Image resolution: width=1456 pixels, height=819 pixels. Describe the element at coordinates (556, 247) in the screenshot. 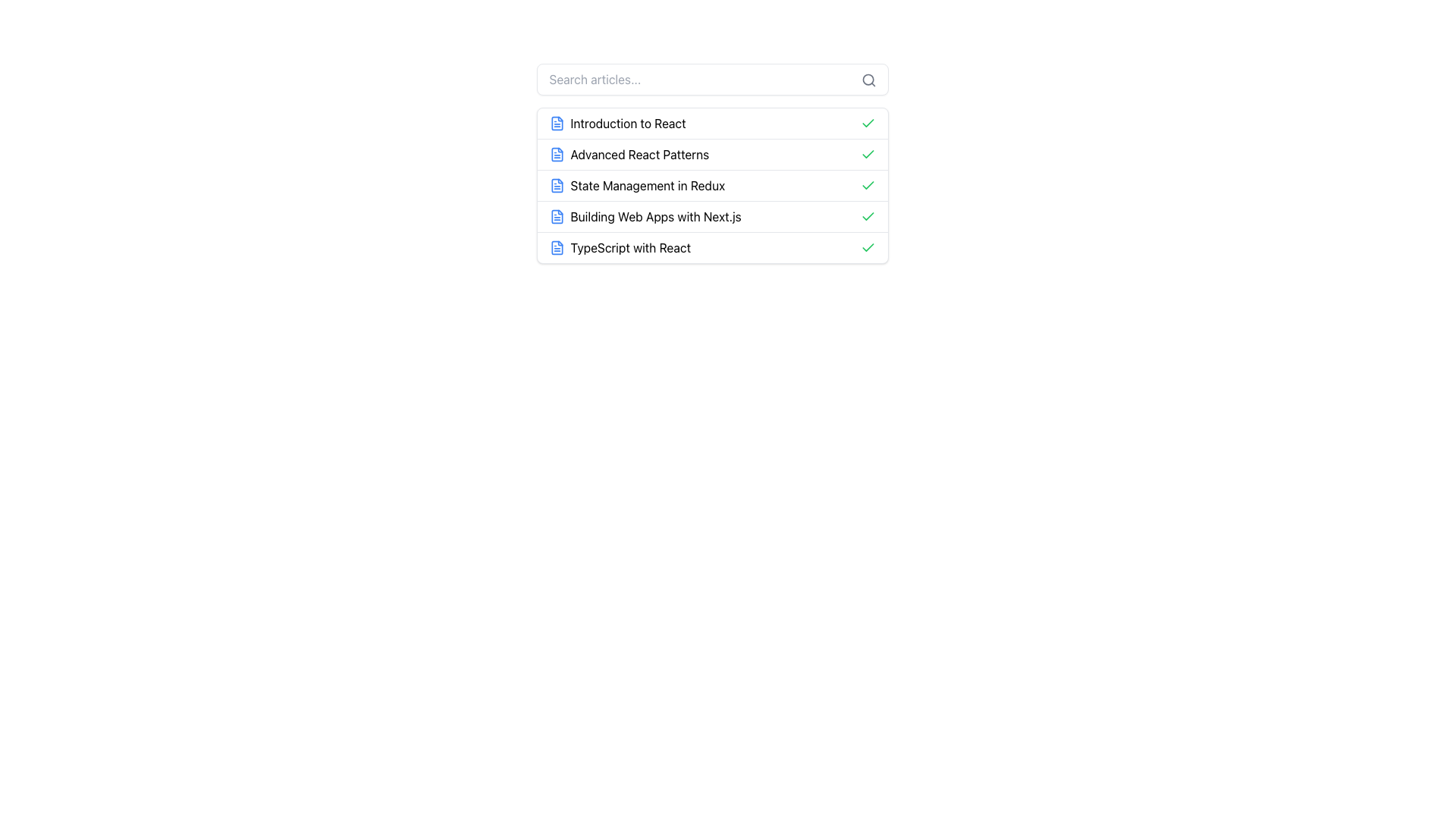

I see `the file icon representing 'TypeScript with React'` at that location.